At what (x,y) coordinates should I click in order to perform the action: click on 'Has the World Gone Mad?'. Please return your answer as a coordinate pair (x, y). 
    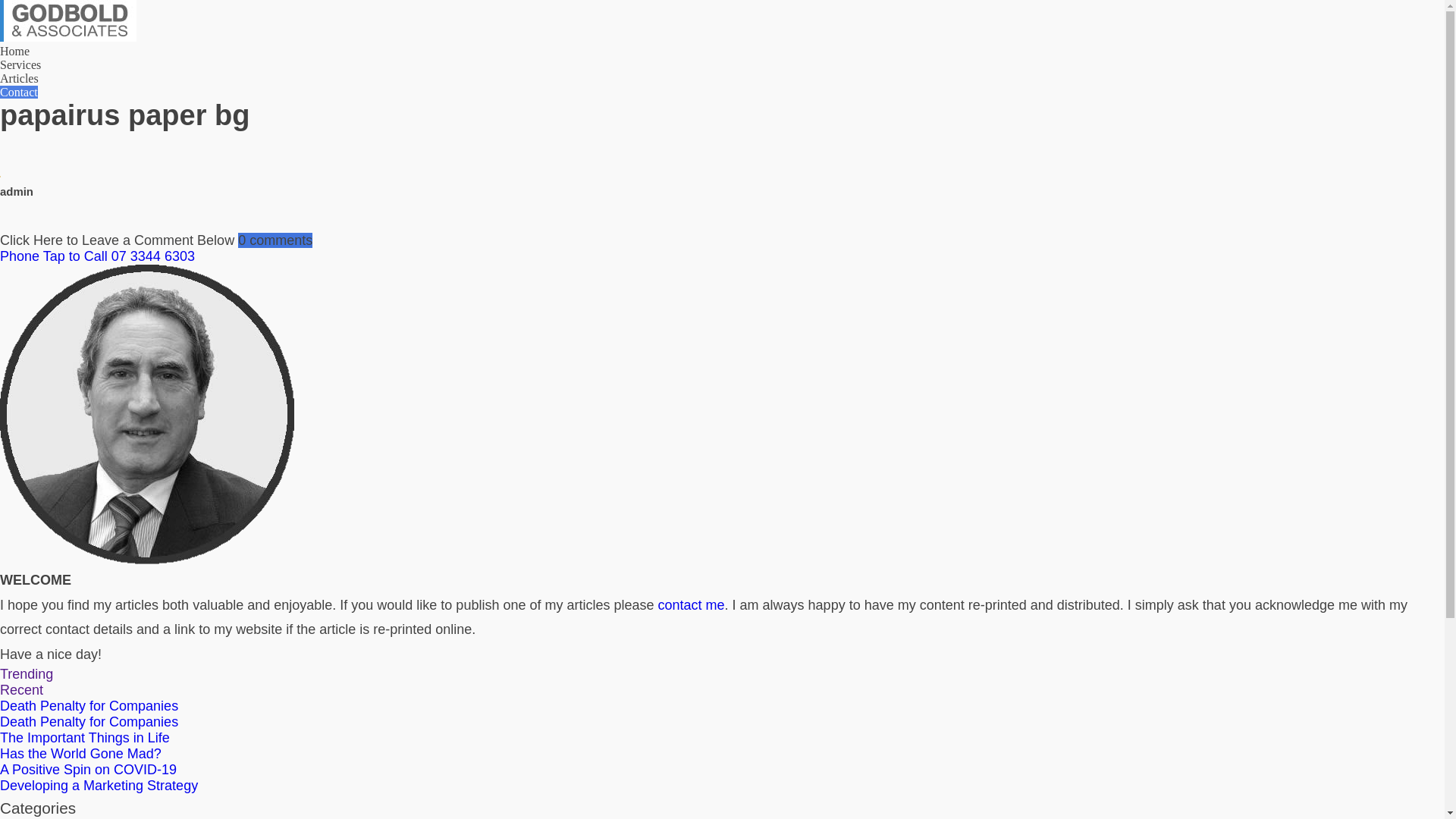
    Looking at the image, I should click on (0, 754).